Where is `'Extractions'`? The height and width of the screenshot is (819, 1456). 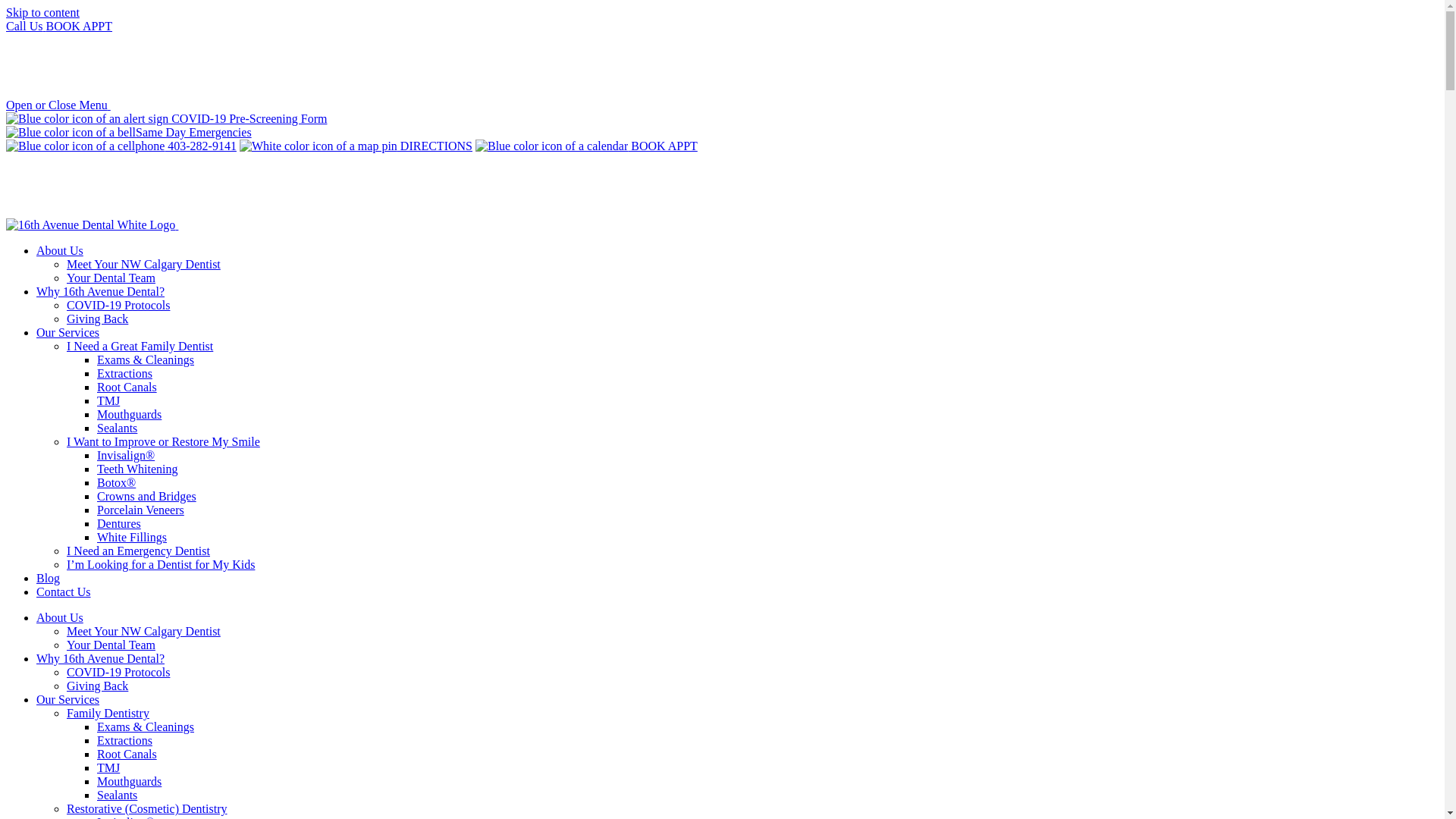 'Extractions' is located at coordinates (124, 739).